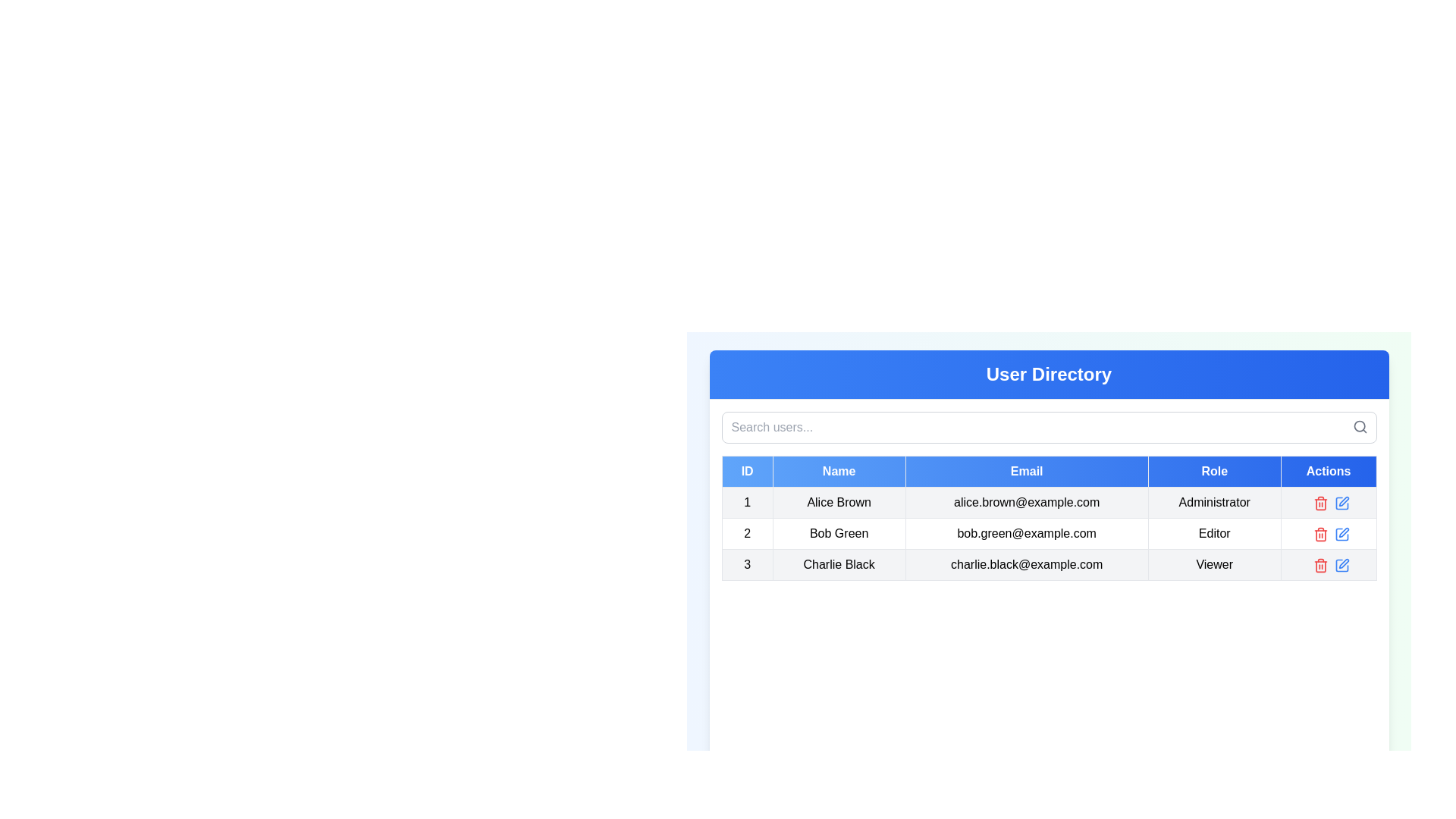 Image resolution: width=1456 pixels, height=819 pixels. What do you see at coordinates (1344, 501) in the screenshot?
I see `the edit icon button in the actions column for the user 'Bob Green' to initiate the edit action` at bounding box center [1344, 501].